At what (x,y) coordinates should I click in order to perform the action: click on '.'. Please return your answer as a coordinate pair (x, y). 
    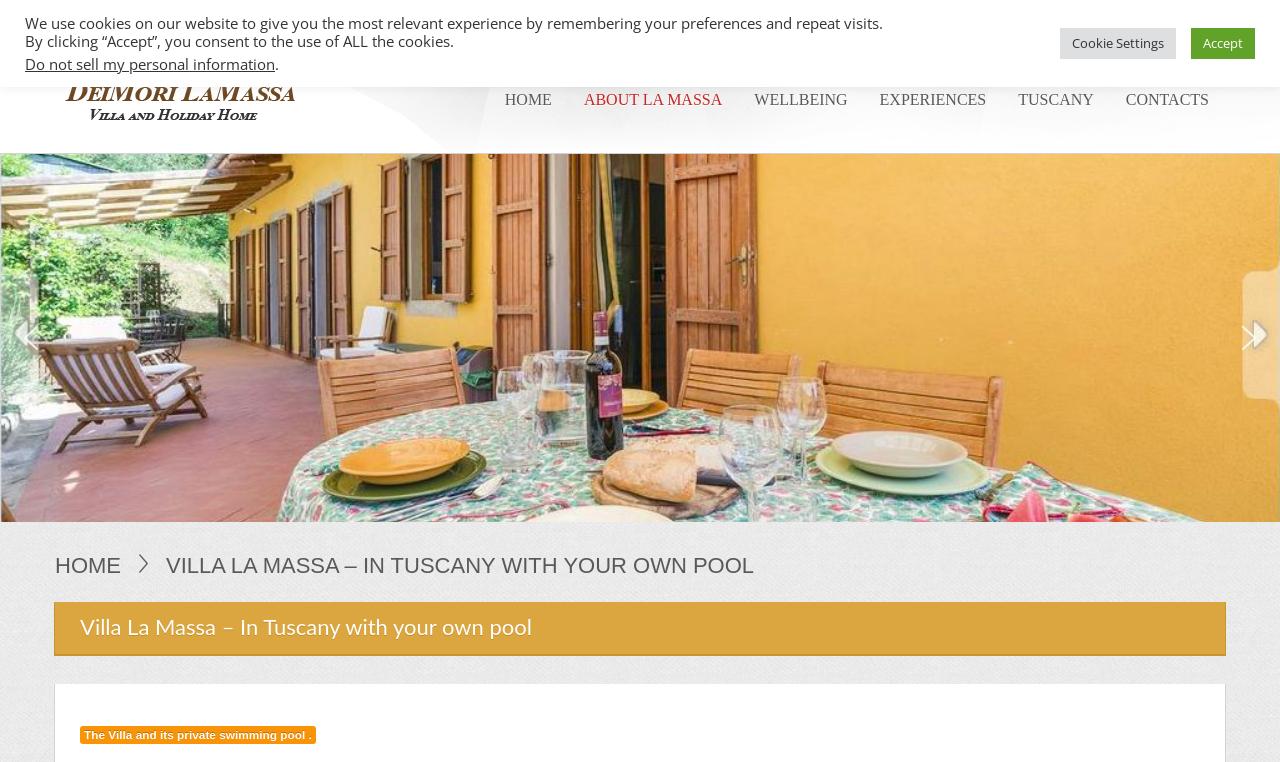
    Looking at the image, I should click on (275, 64).